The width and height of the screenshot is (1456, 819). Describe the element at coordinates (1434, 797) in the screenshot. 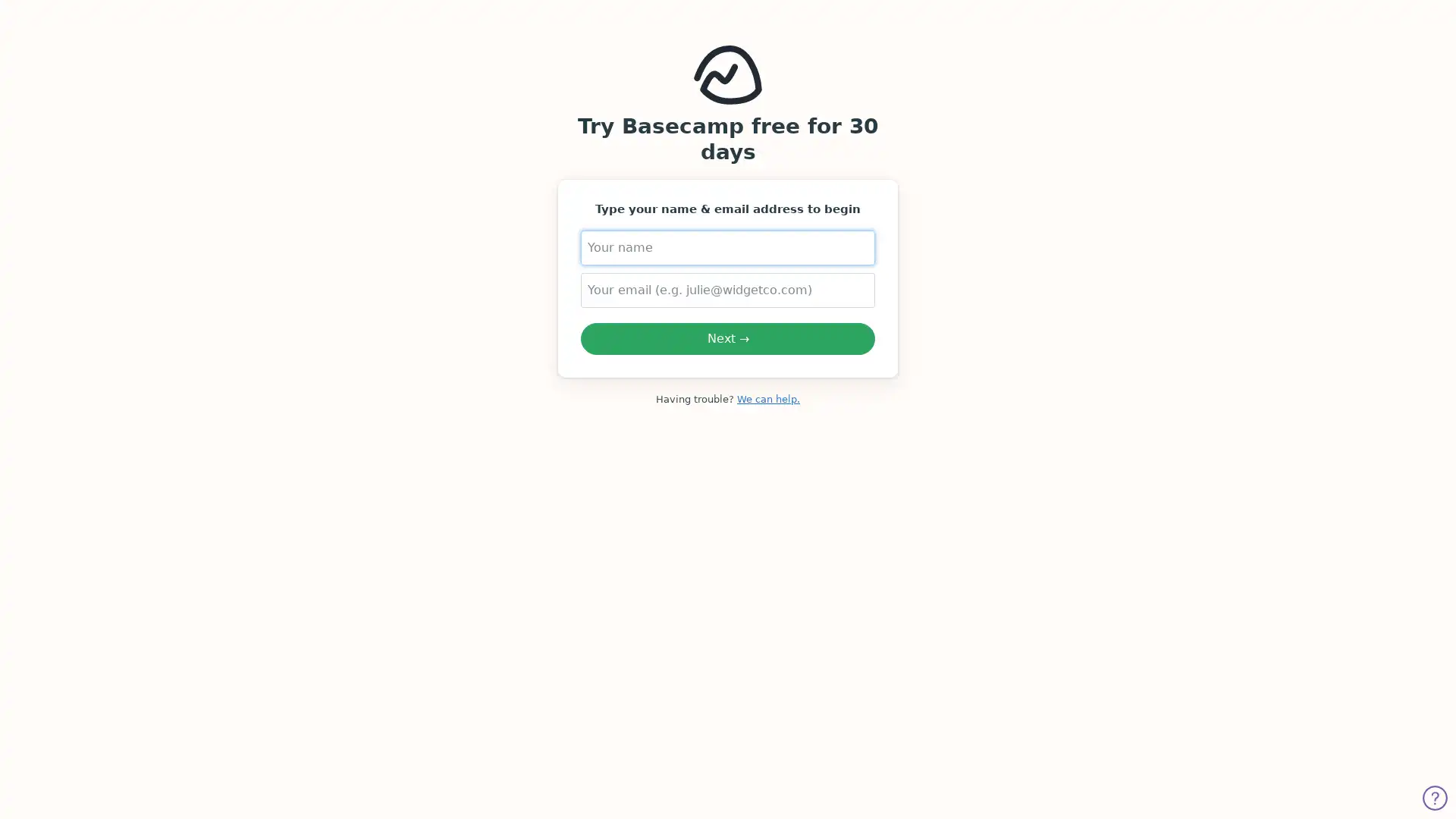

I see `Get help` at that location.